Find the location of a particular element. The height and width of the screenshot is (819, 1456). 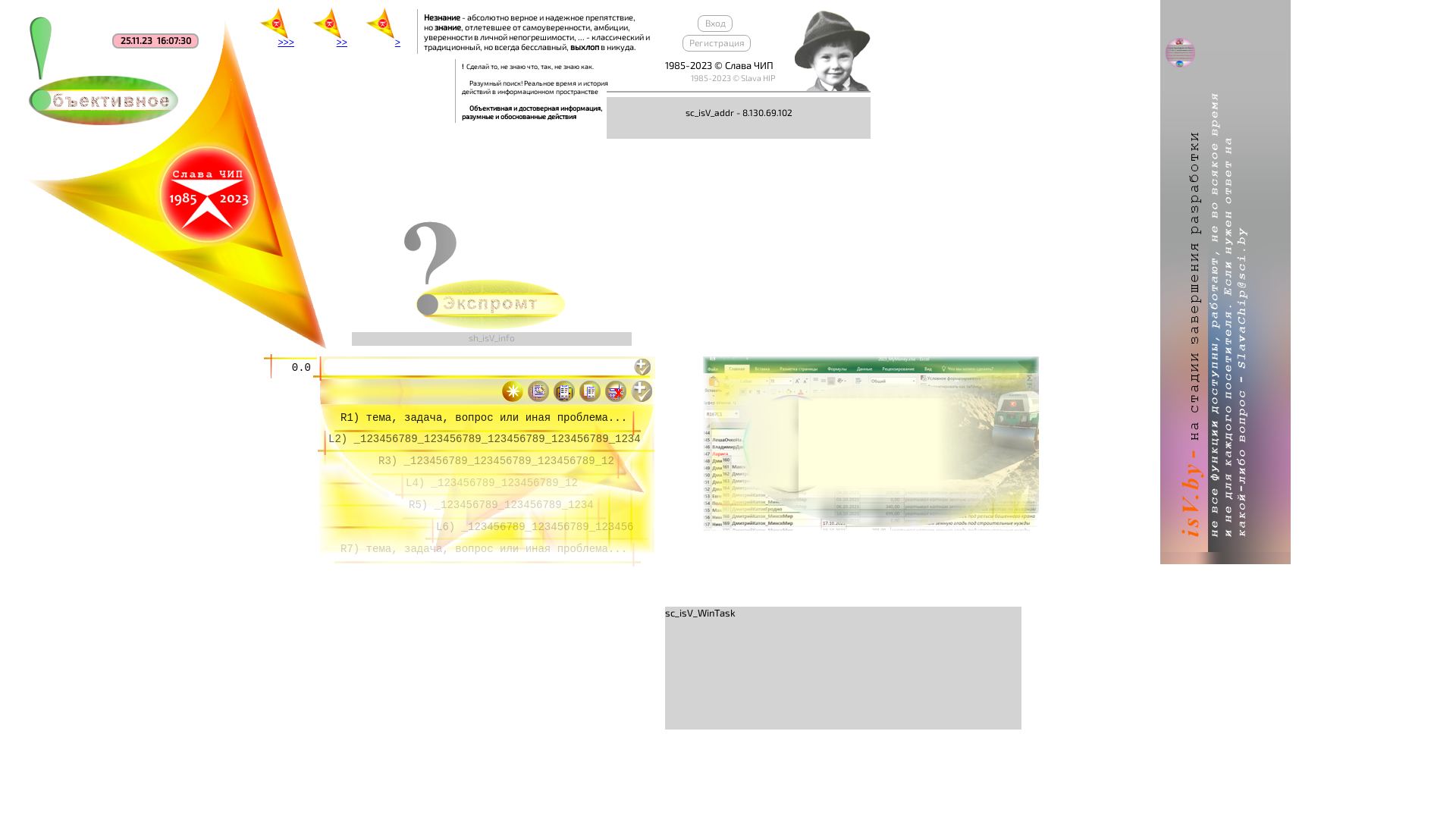

'>' is located at coordinates (364, 30).